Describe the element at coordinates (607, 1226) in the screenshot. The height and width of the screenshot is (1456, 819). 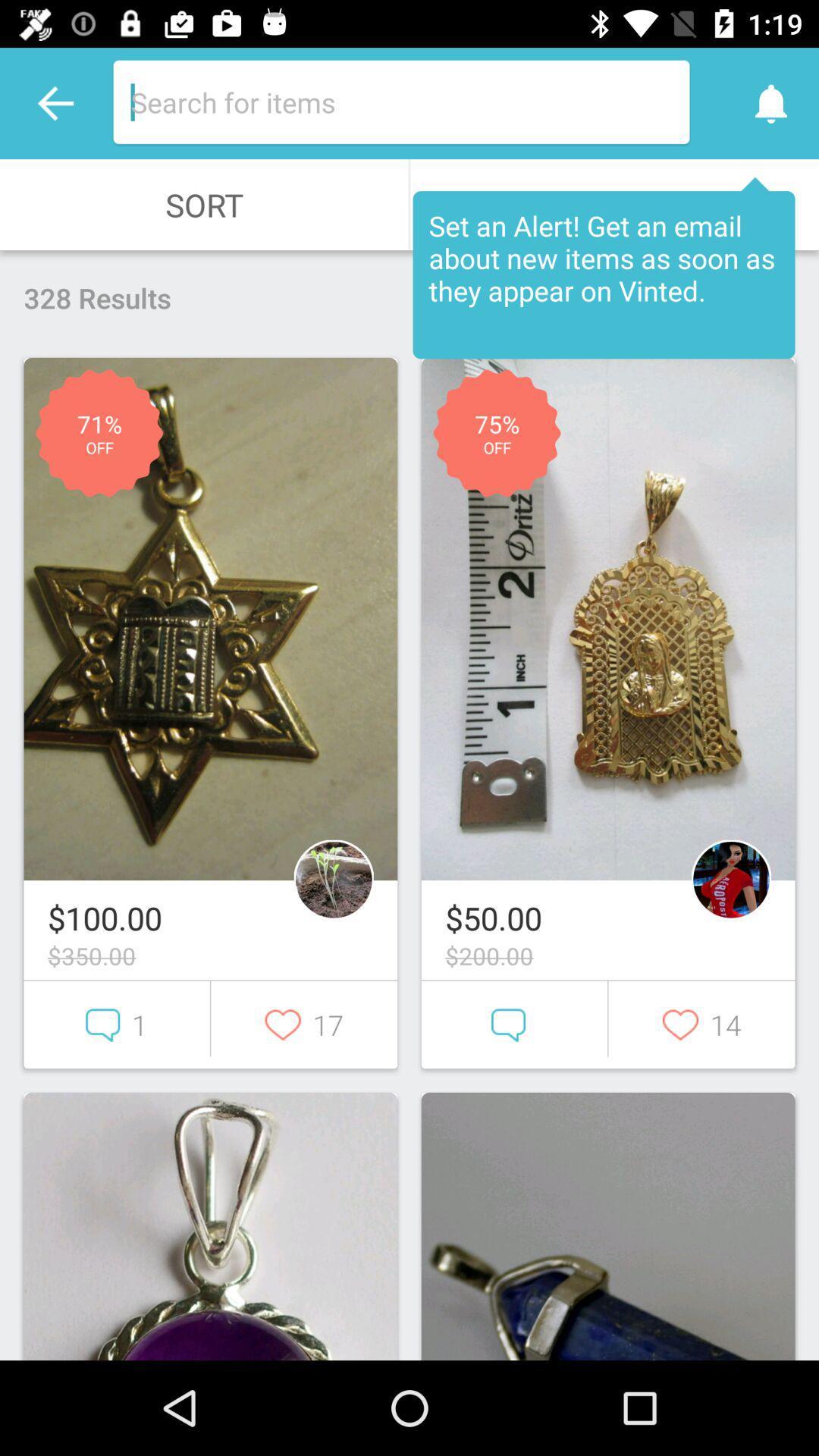
I see `fourth image from top` at that location.